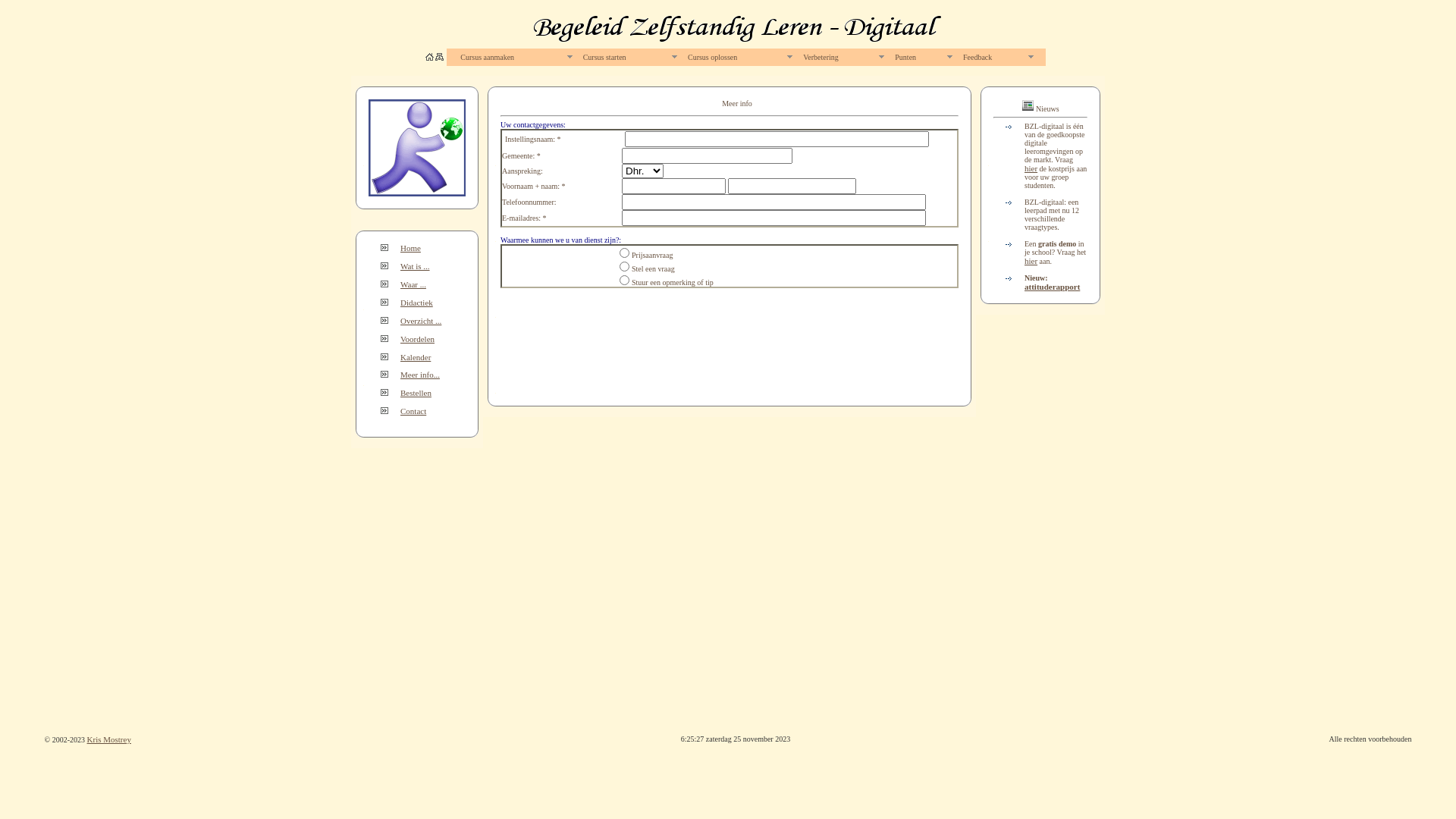 This screenshot has height=819, width=1456. I want to click on 'Voordelen', so click(417, 338).